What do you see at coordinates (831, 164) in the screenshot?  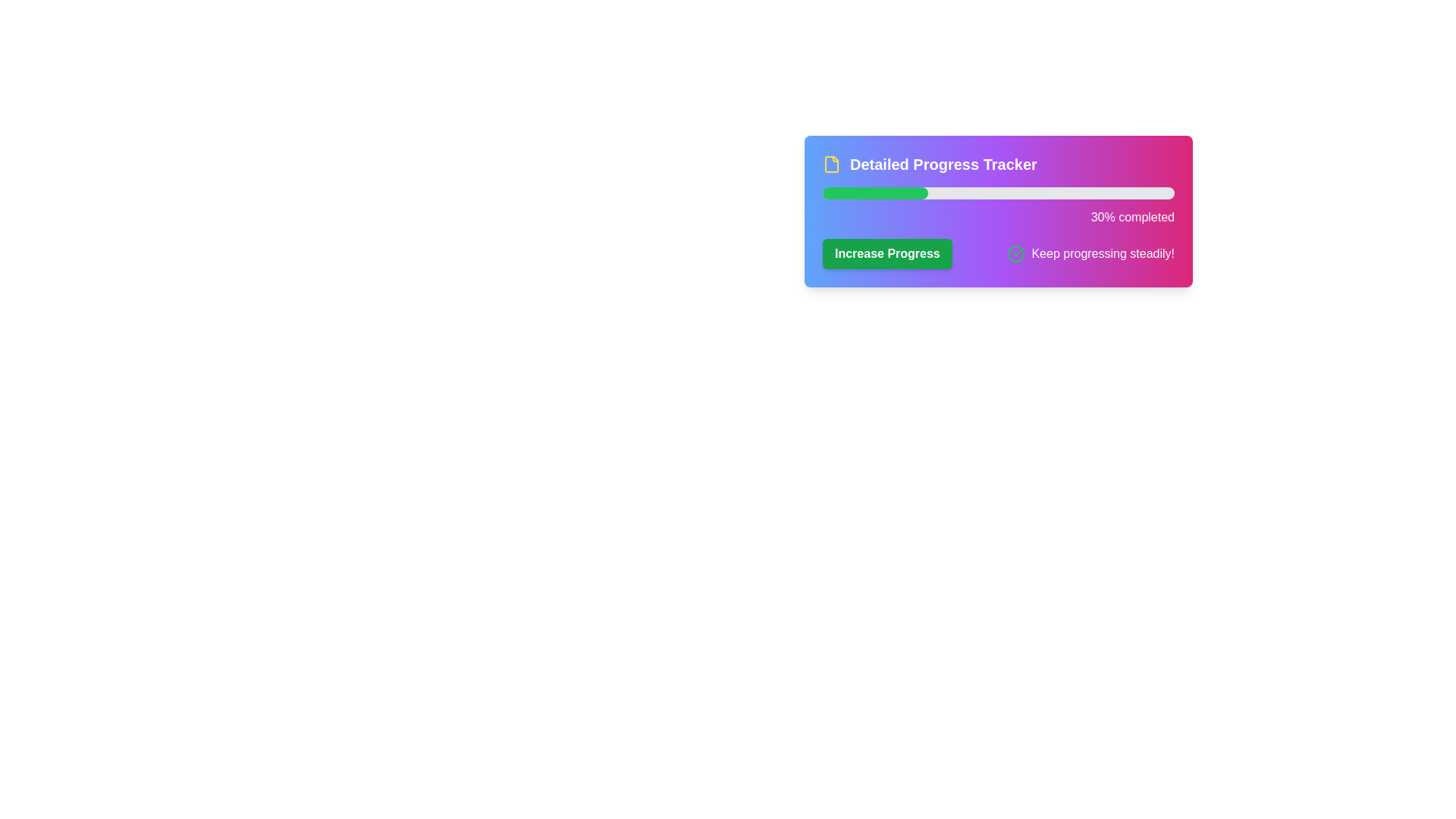 I see `the decorative icon located at the left edge of the header section of the card, adjacent to the text 'Detailed Progress Tracker'` at bounding box center [831, 164].